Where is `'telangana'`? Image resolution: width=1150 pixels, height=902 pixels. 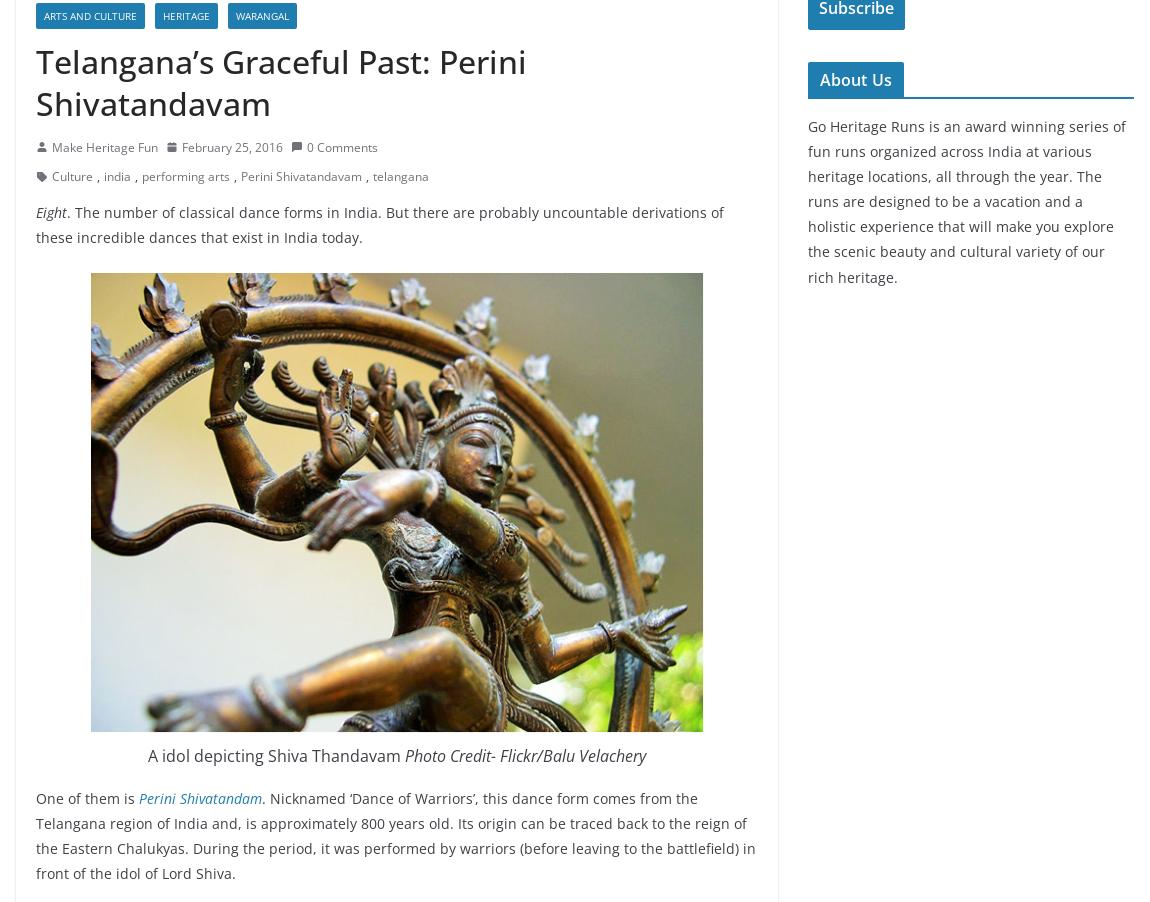
'telangana' is located at coordinates (401, 175).